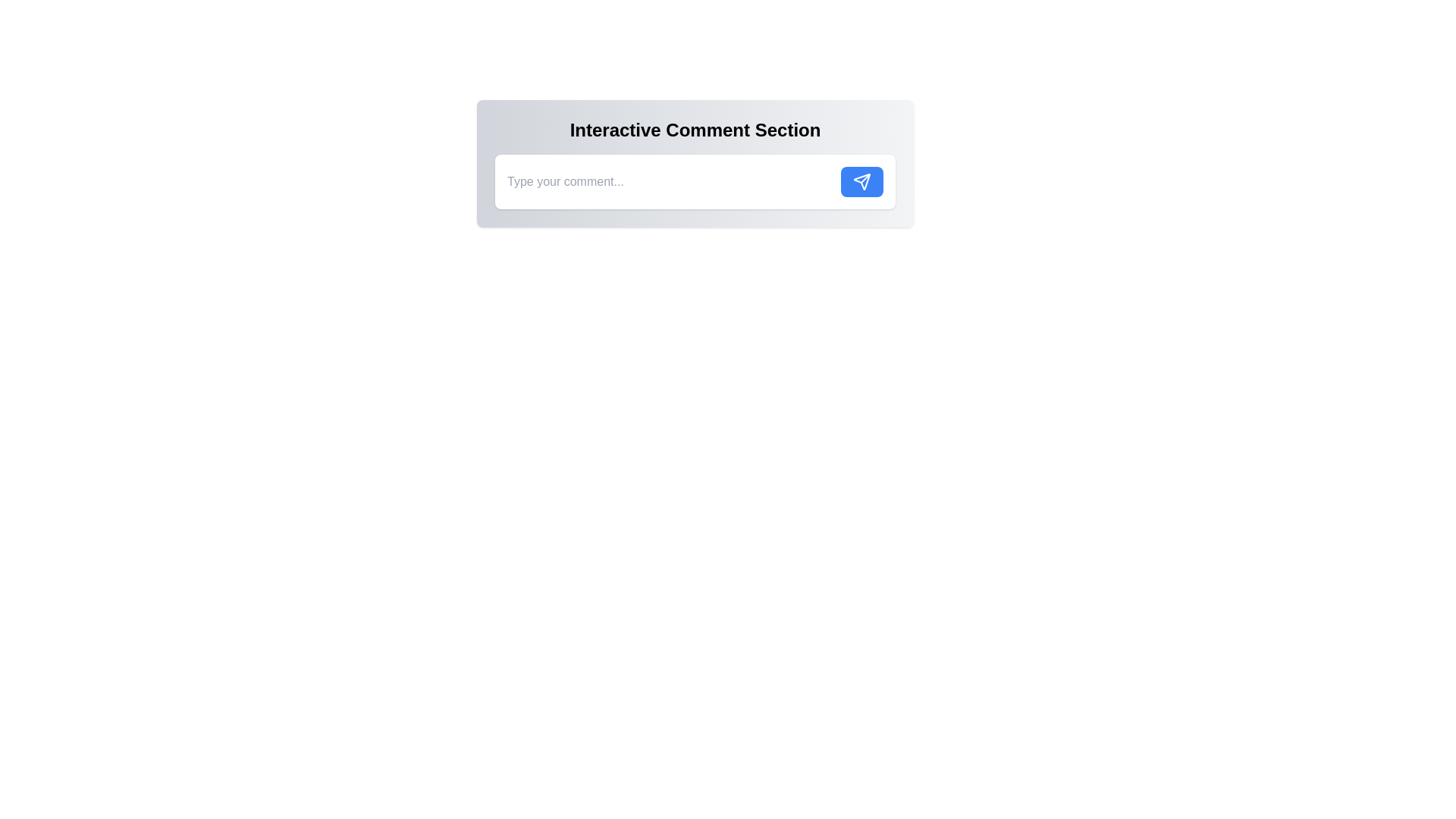  What do you see at coordinates (862, 180) in the screenshot?
I see `the paper airplane icon on the blue circular background` at bounding box center [862, 180].